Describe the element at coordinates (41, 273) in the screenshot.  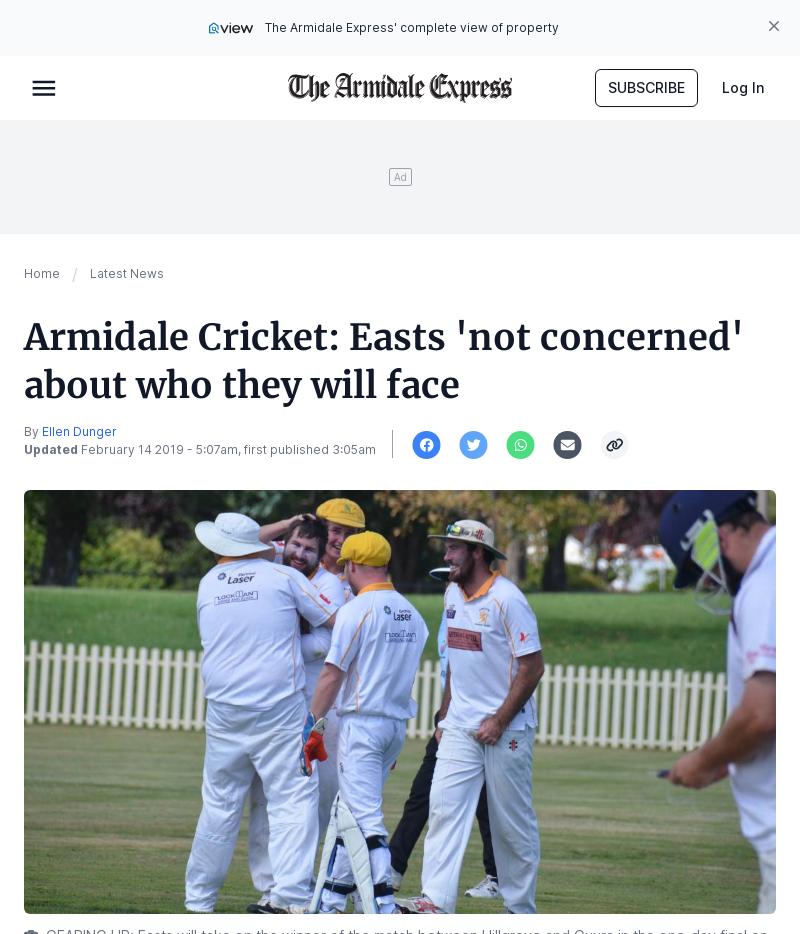
I see `'Home'` at that location.